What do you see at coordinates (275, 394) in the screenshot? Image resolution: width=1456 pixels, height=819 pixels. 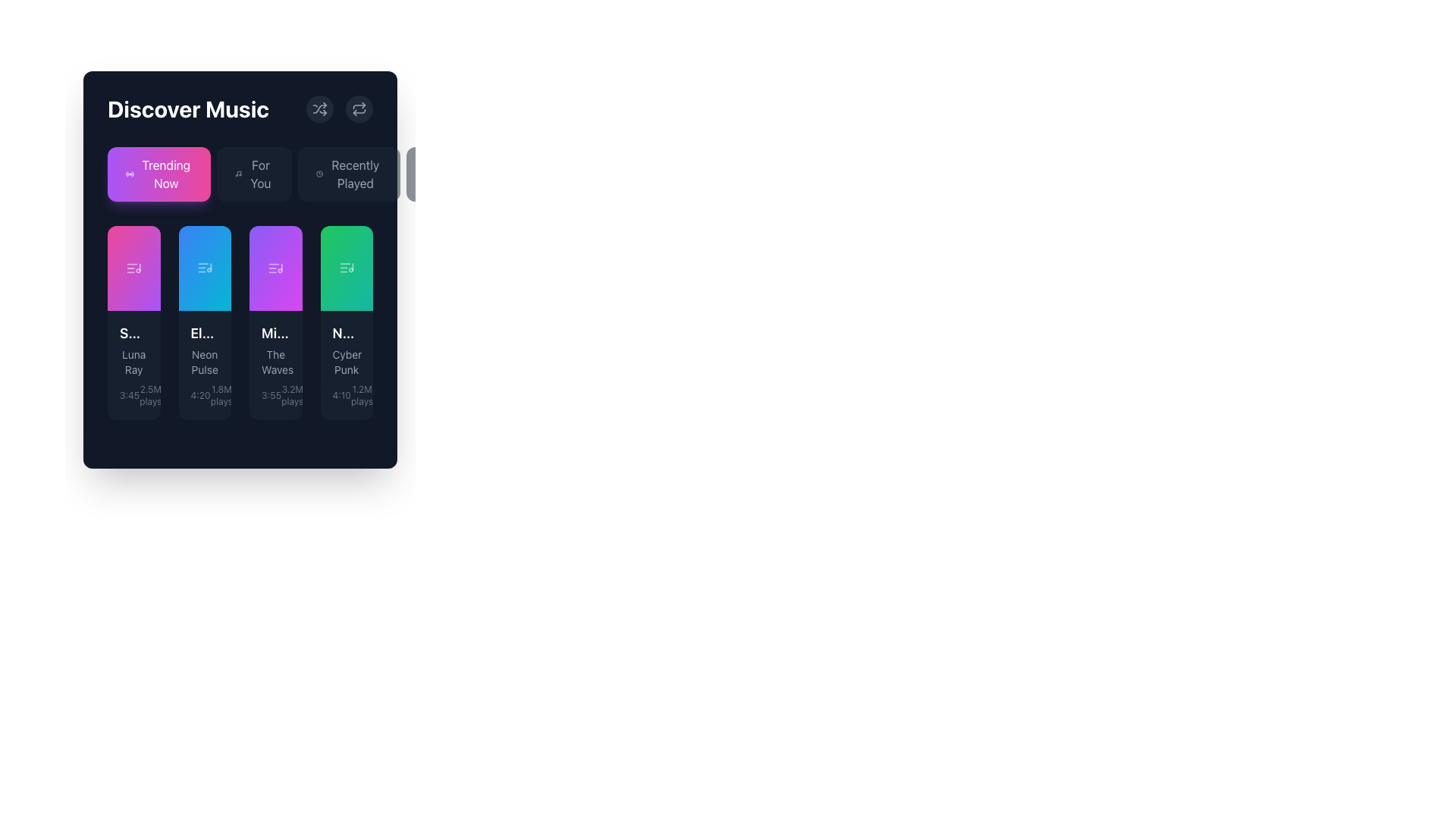 I see `the information display text element that shows '3:55' and '3.2M plays' at the bottom of the 'Midnight Drive' card` at bounding box center [275, 394].